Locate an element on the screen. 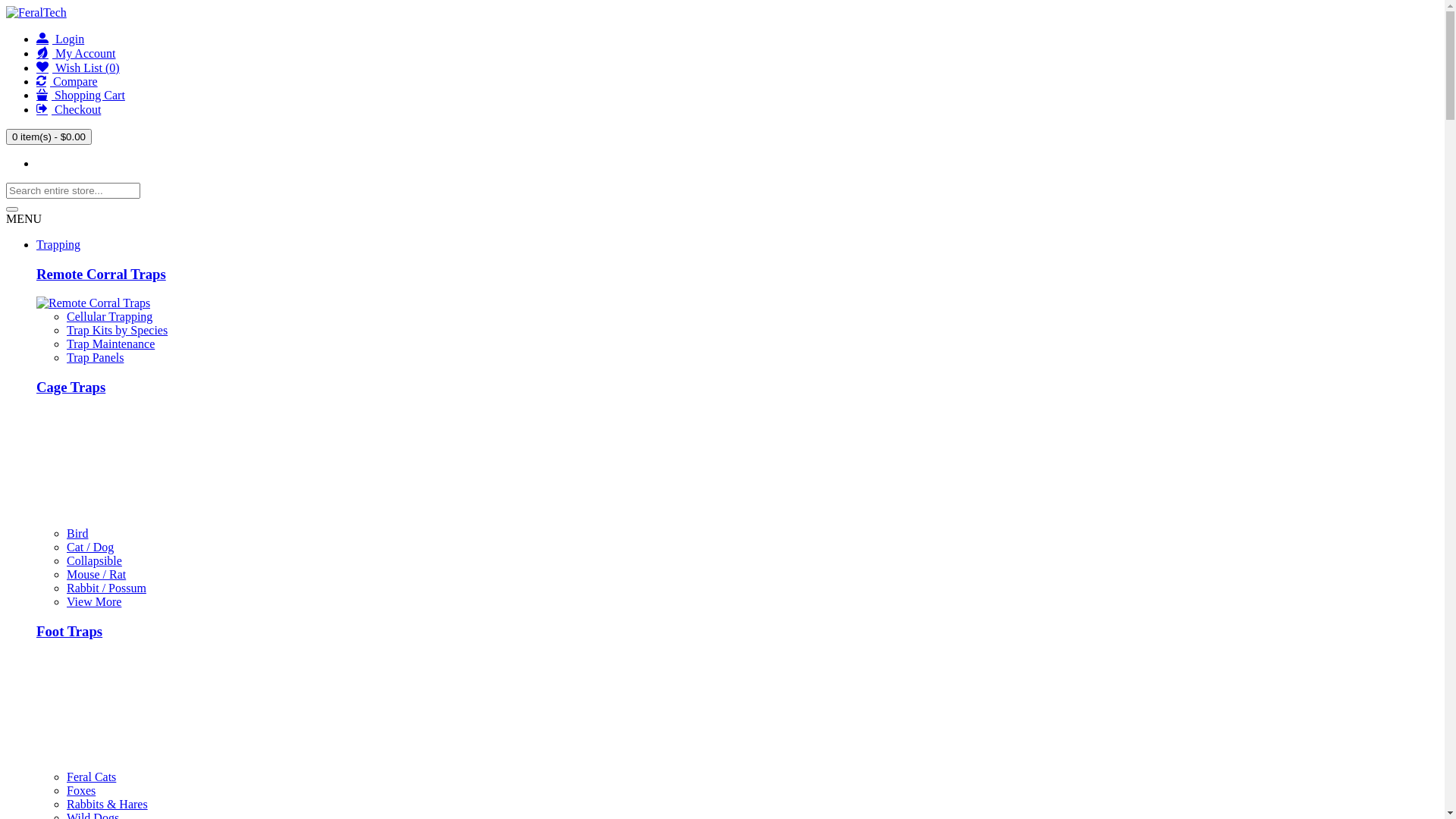  'Bird' is located at coordinates (76, 532).